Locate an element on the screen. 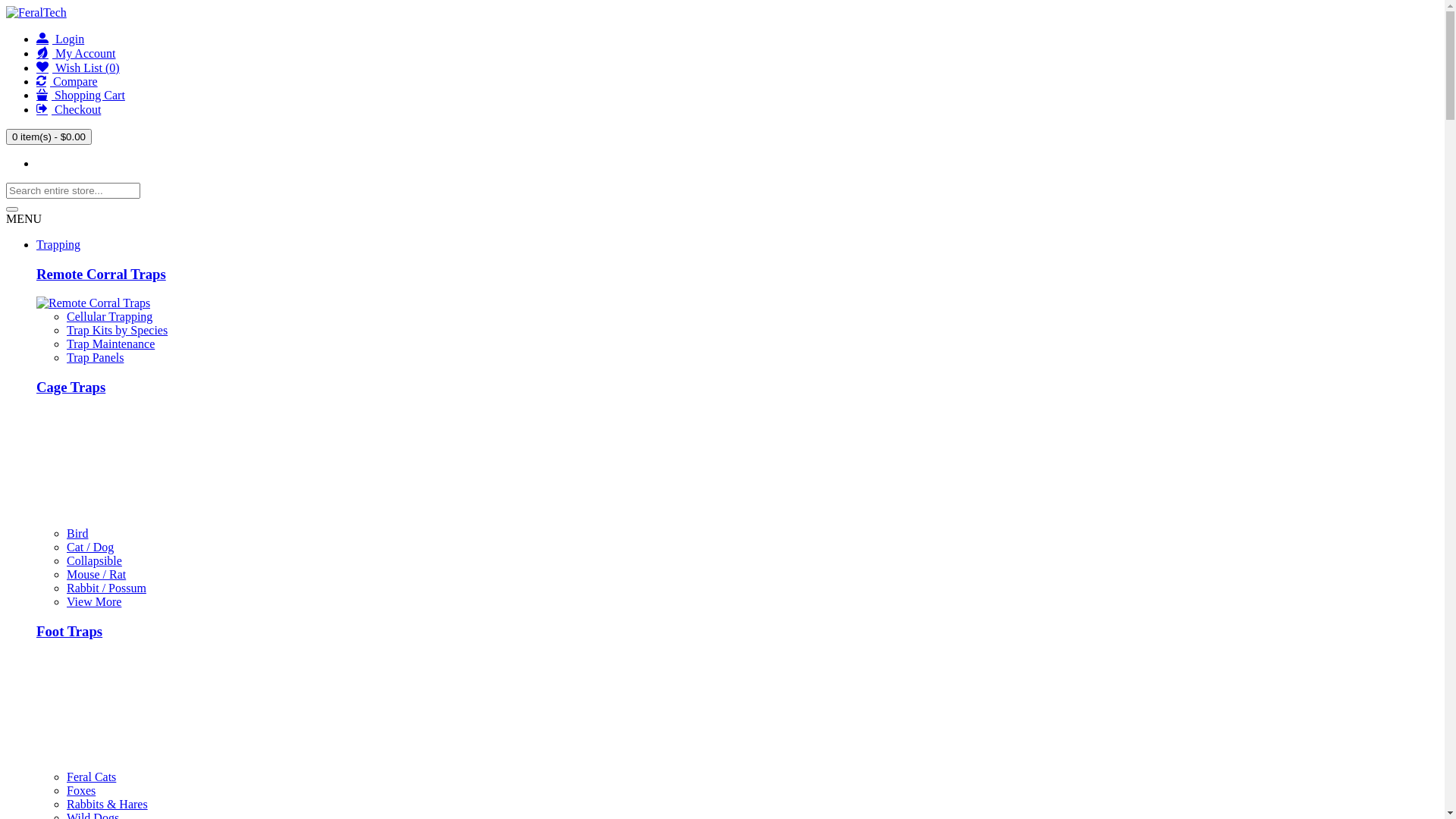  'Bird' is located at coordinates (76, 532).